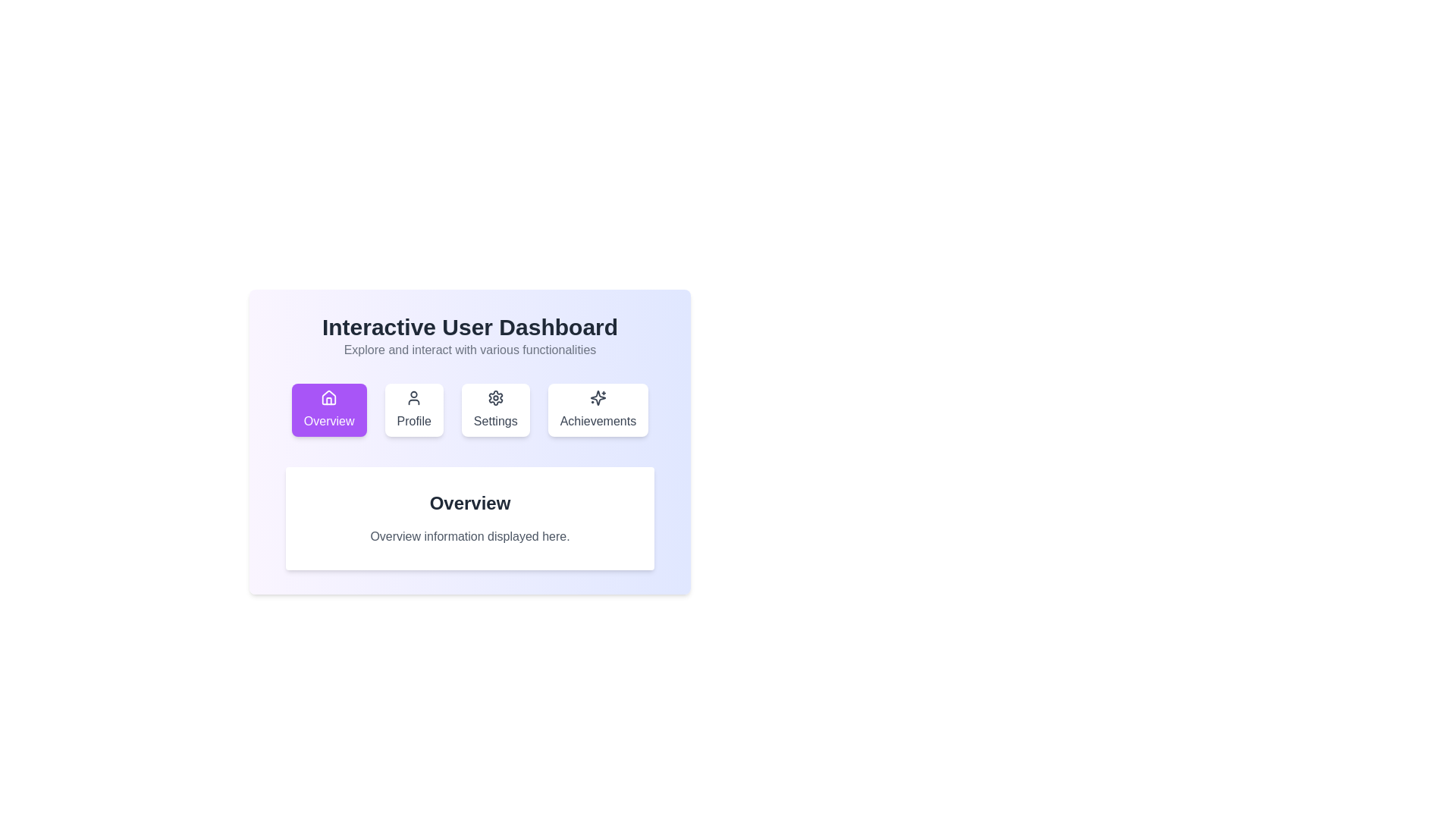  Describe the element at coordinates (495, 397) in the screenshot. I see `the gear-shaped settings icon located at the top row of buttons, third from the left` at that location.